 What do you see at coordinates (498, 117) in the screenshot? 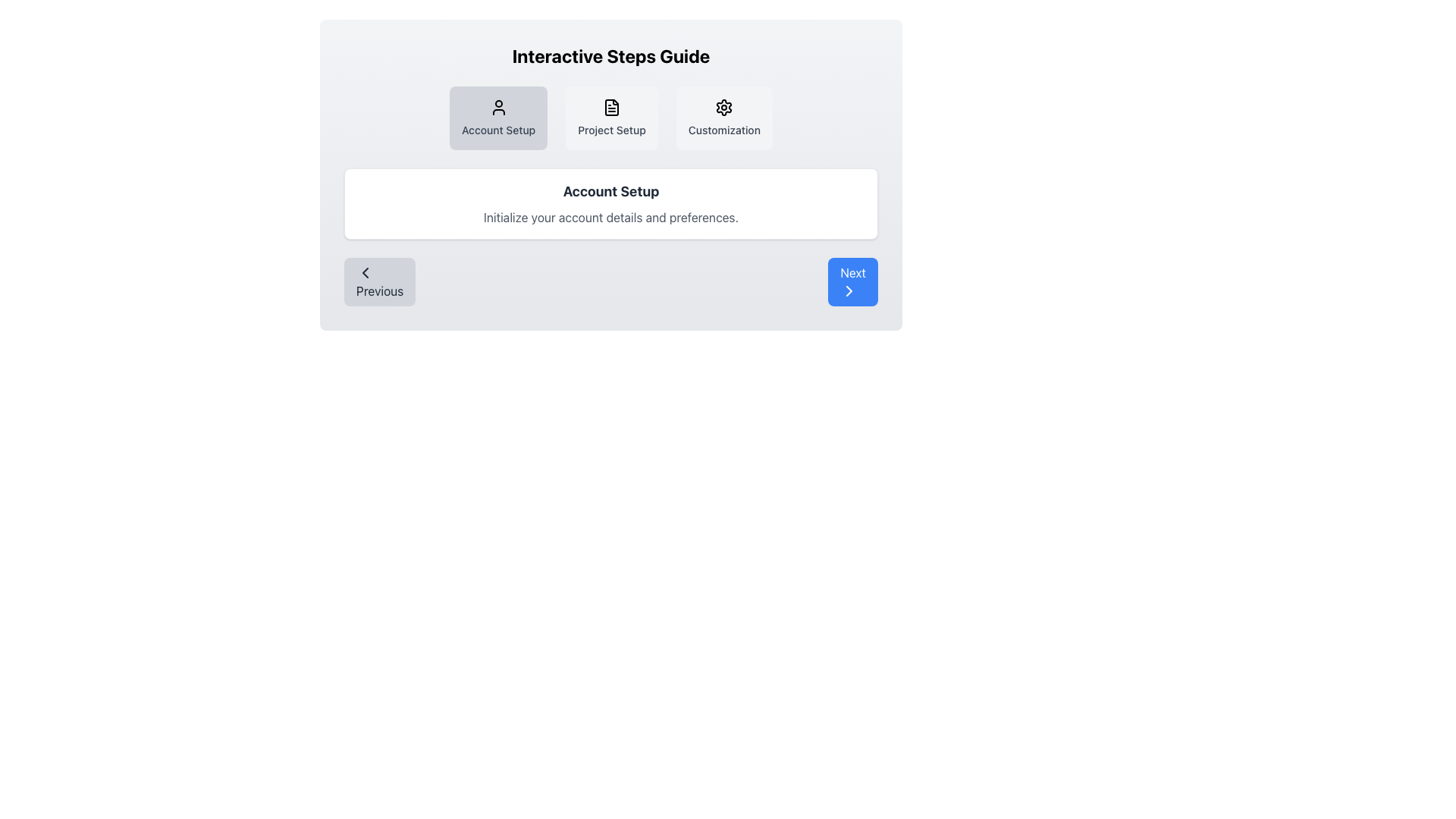
I see `the 'Account Setup' button located in the top-central part of the interface, which has a light gray background, rounded corners, and contains a user profile icon above the text 'Account Setup'` at bounding box center [498, 117].